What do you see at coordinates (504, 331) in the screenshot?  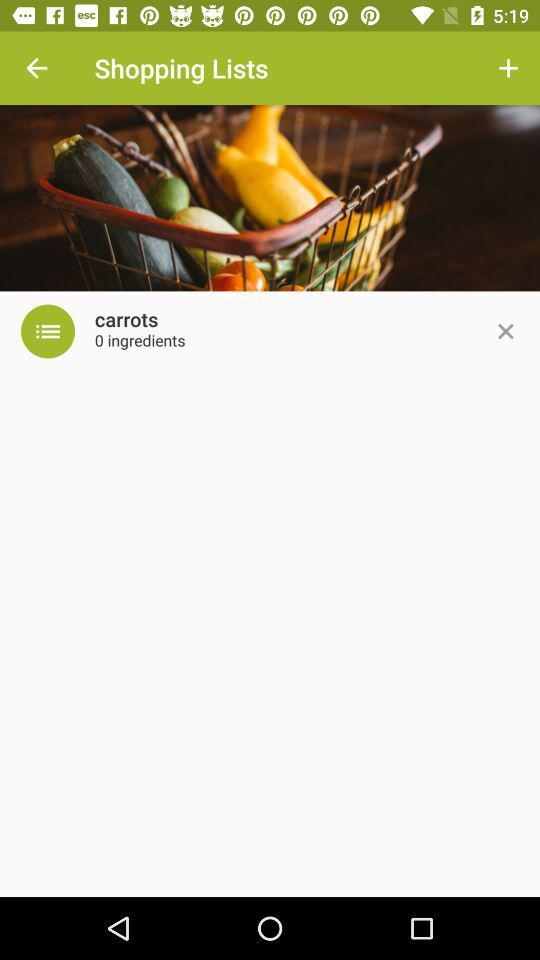 I see `the add` at bounding box center [504, 331].